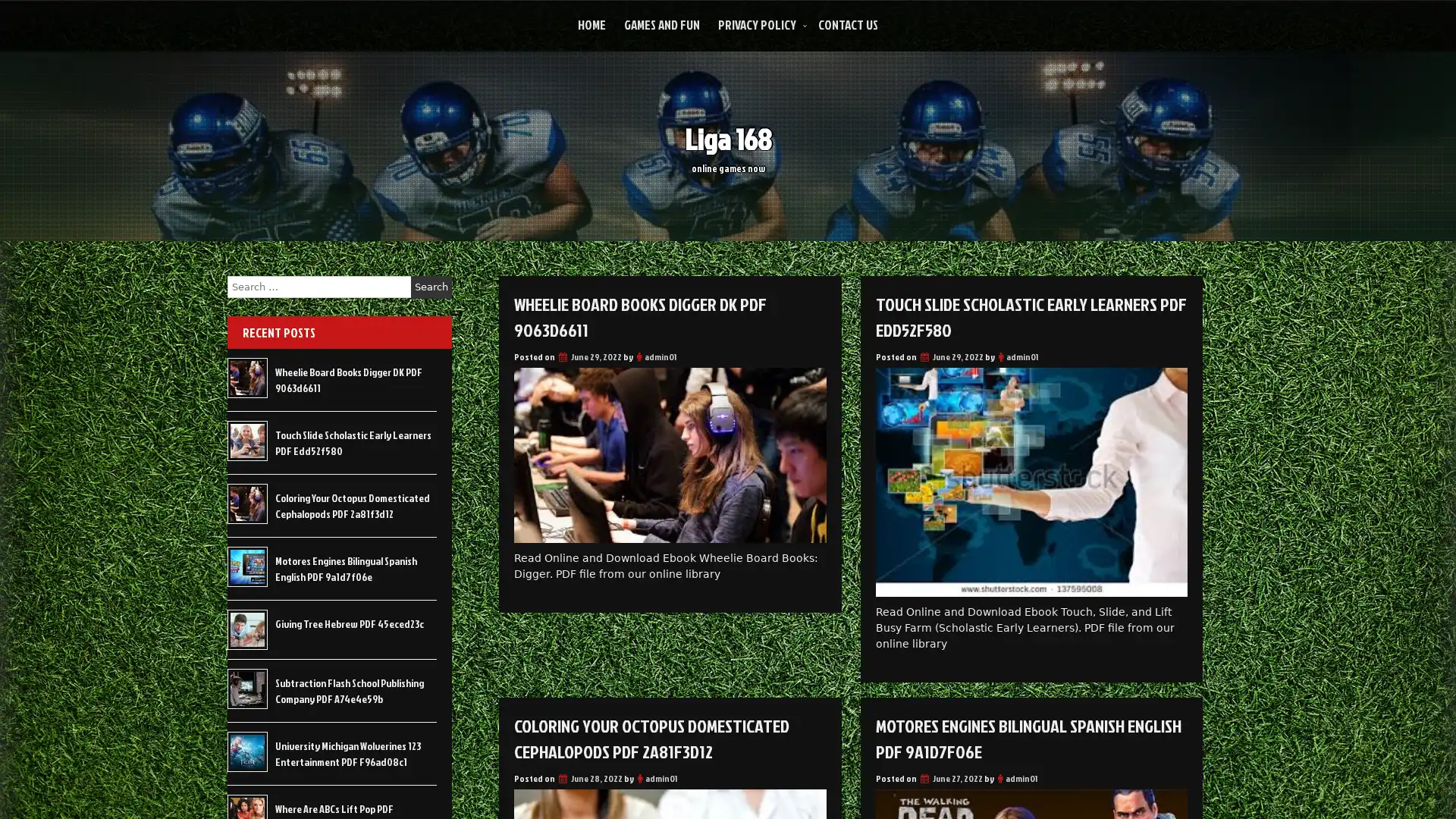 Image resolution: width=1456 pixels, height=819 pixels. Describe the element at coordinates (431, 287) in the screenshot. I see `Search` at that location.